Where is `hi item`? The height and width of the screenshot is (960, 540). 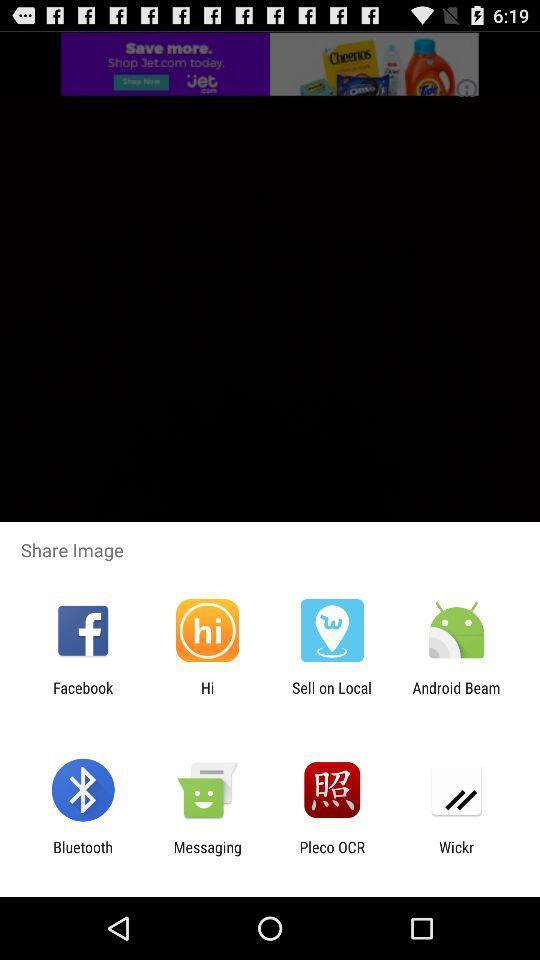 hi item is located at coordinates (206, 696).